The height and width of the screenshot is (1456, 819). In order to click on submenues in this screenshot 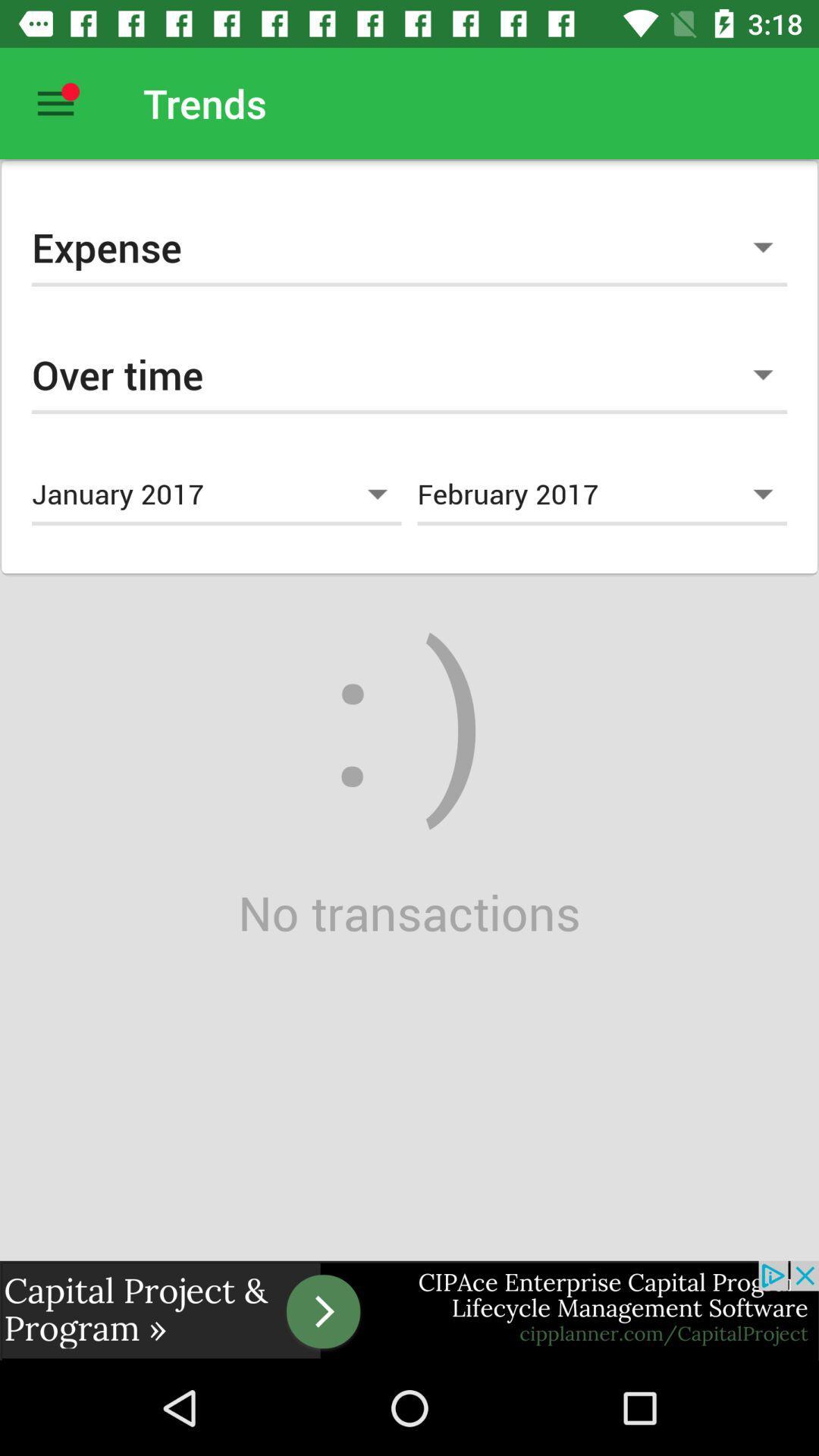, I will do `click(55, 102)`.